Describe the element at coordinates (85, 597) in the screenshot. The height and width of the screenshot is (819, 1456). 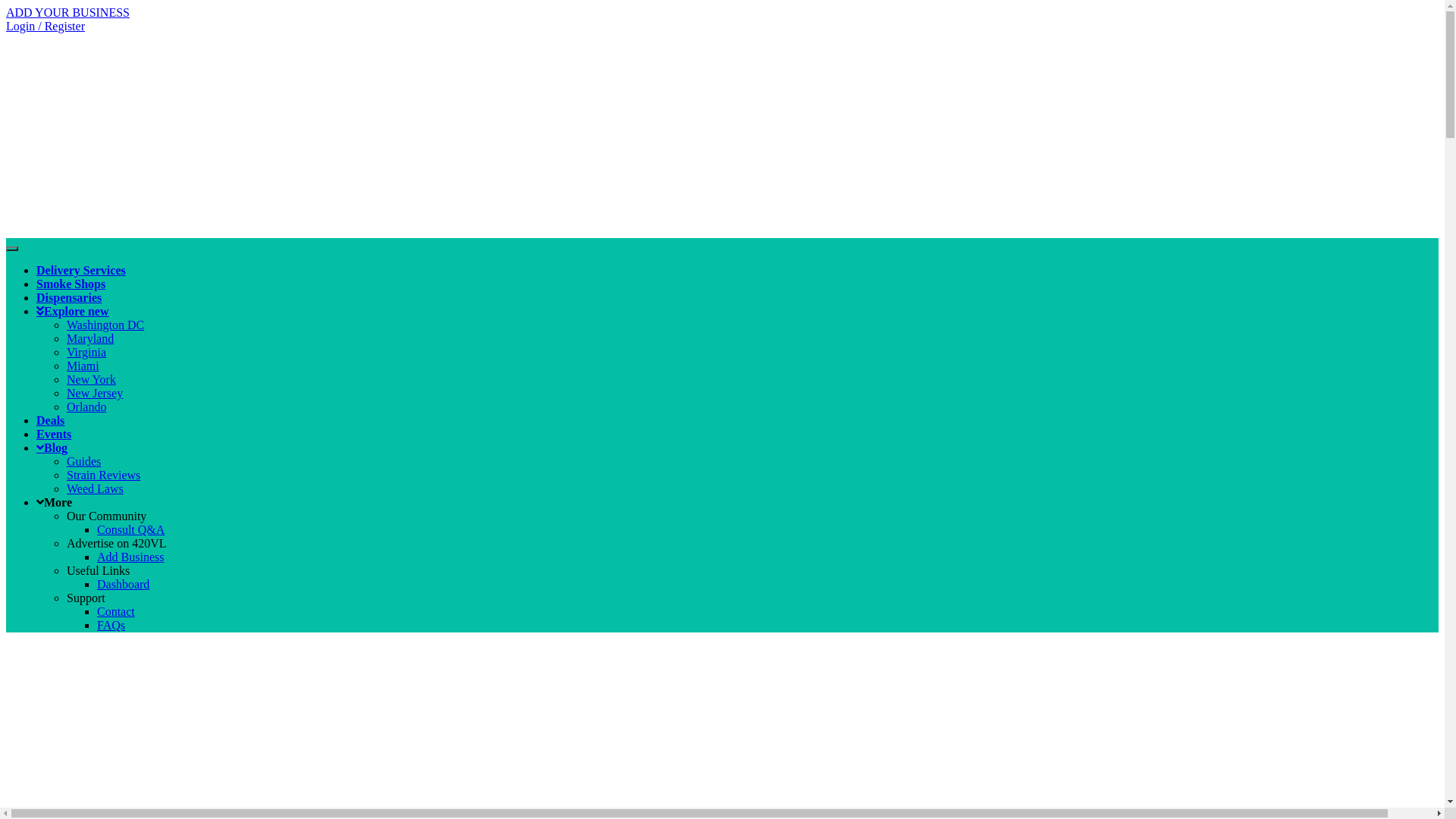
I see `'Support'` at that location.